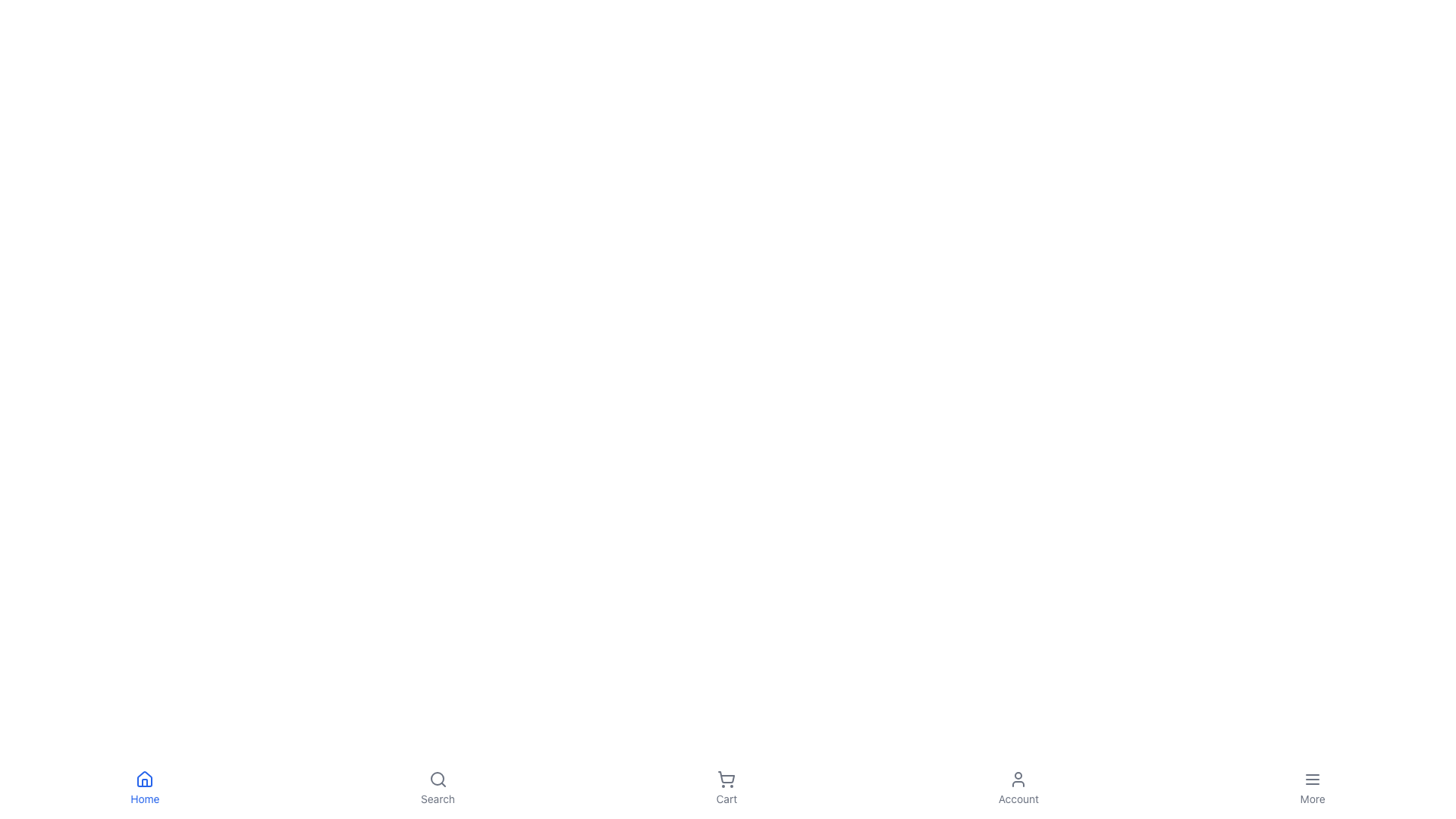 The height and width of the screenshot is (819, 1456). What do you see at coordinates (1312, 780) in the screenshot?
I see `the menu icon represented by three parallel horizontal lines located in the bottom navigation bar, above the 'More' label` at bounding box center [1312, 780].